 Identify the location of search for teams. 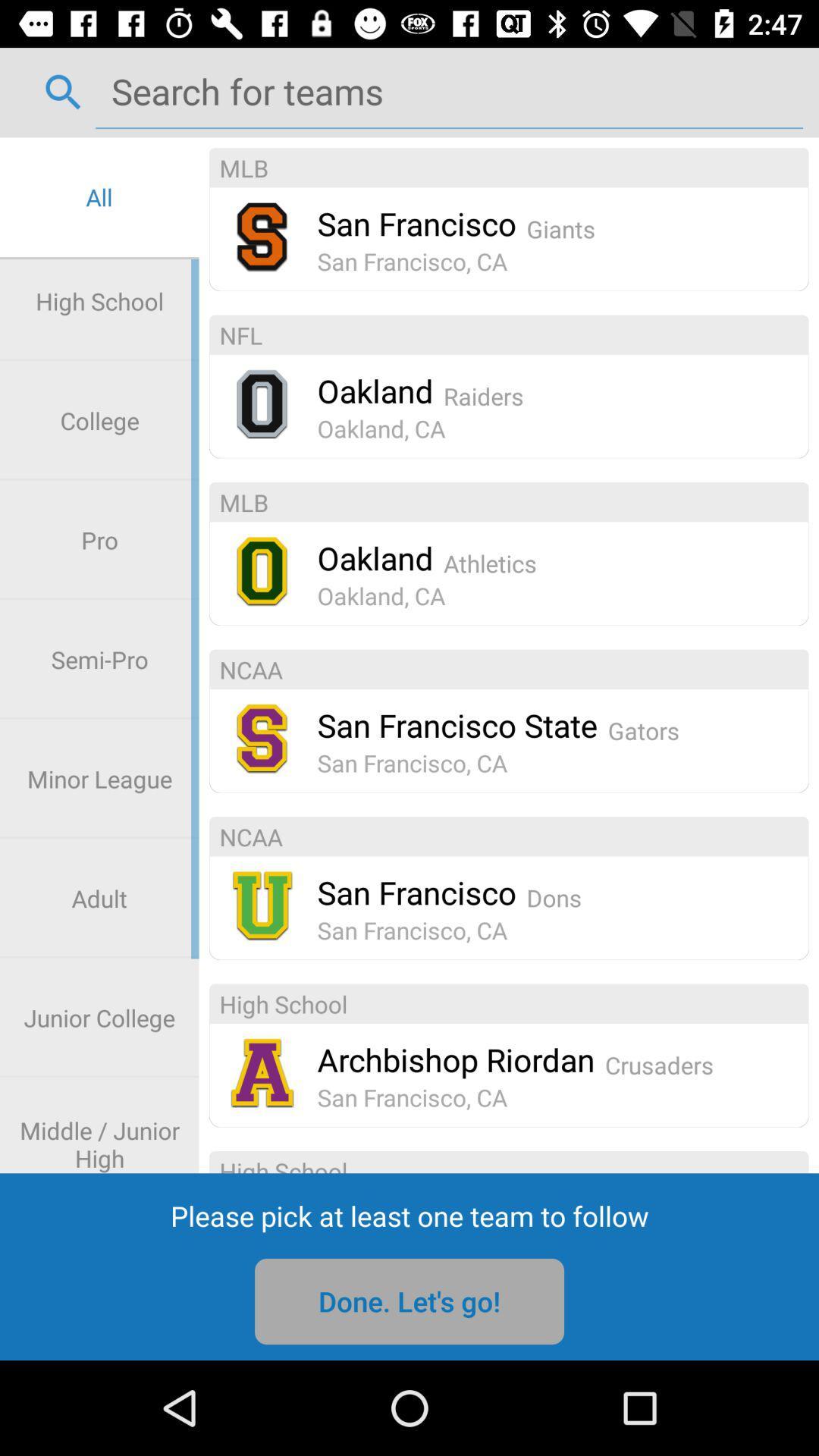
(448, 90).